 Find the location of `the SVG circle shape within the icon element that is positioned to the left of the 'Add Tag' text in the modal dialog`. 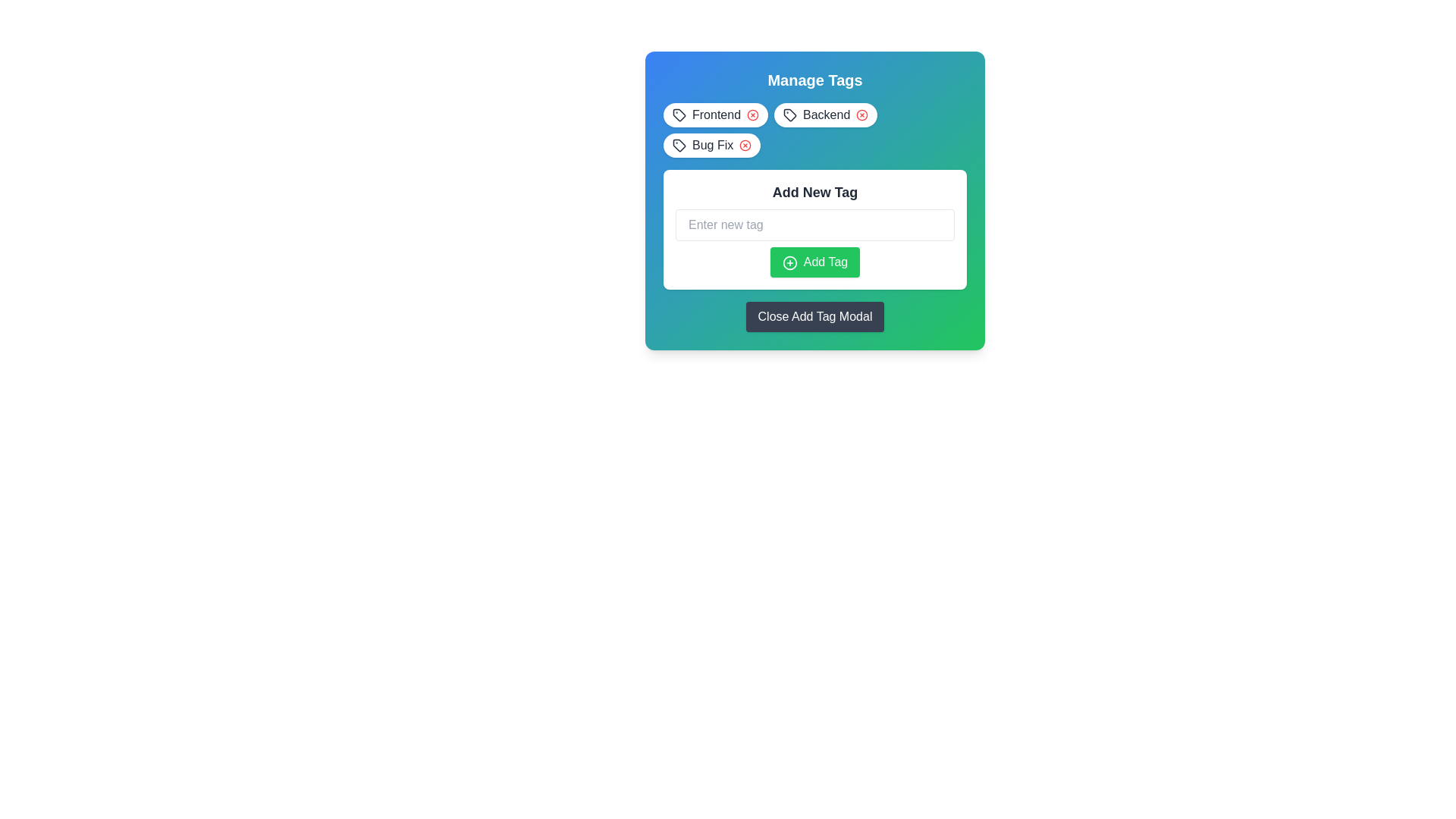

the SVG circle shape within the icon element that is positioned to the left of the 'Add Tag' text in the modal dialog is located at coordinates (789, 262).